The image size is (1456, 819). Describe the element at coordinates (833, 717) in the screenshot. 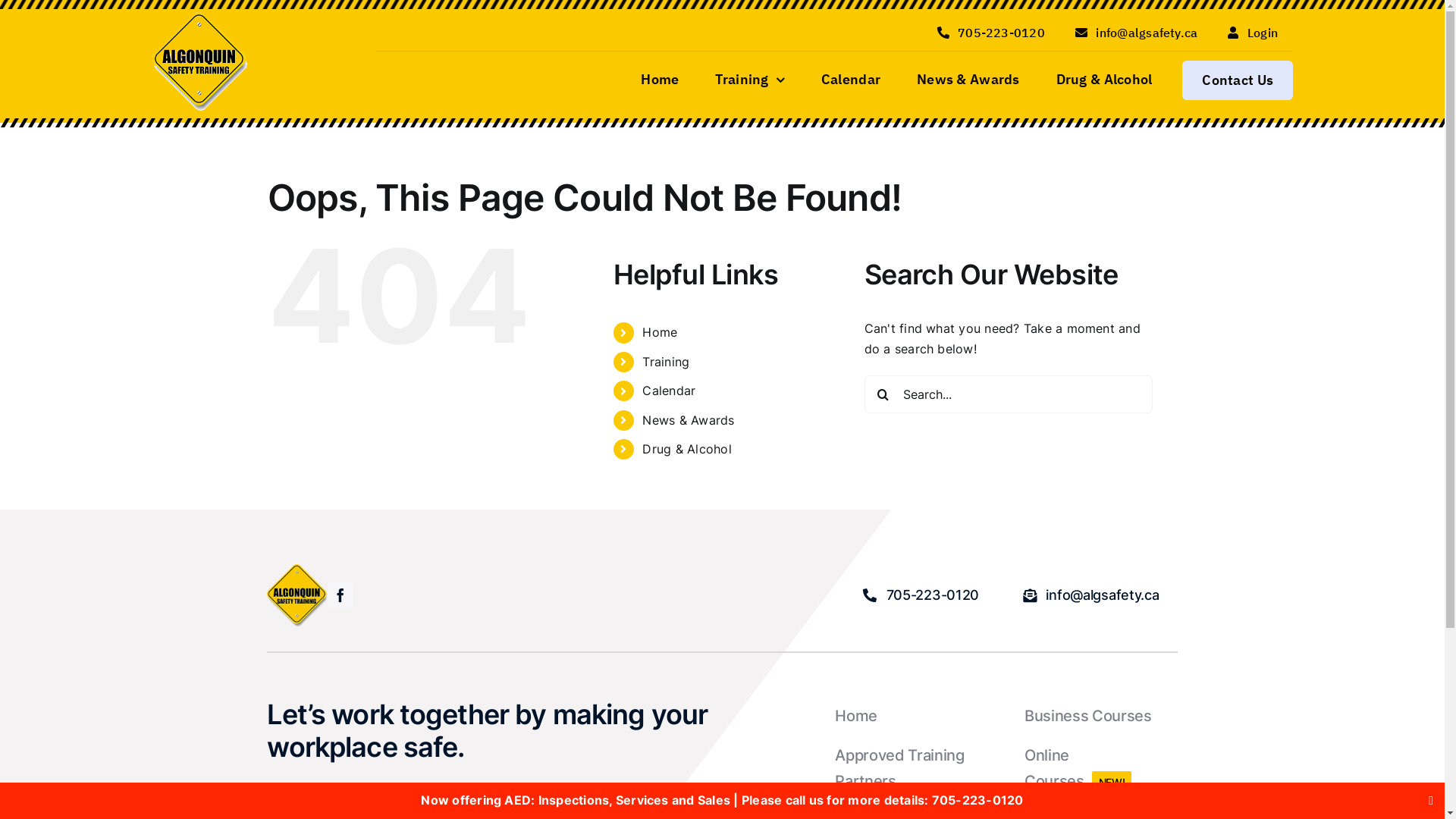

I see `'Home'` at that location.